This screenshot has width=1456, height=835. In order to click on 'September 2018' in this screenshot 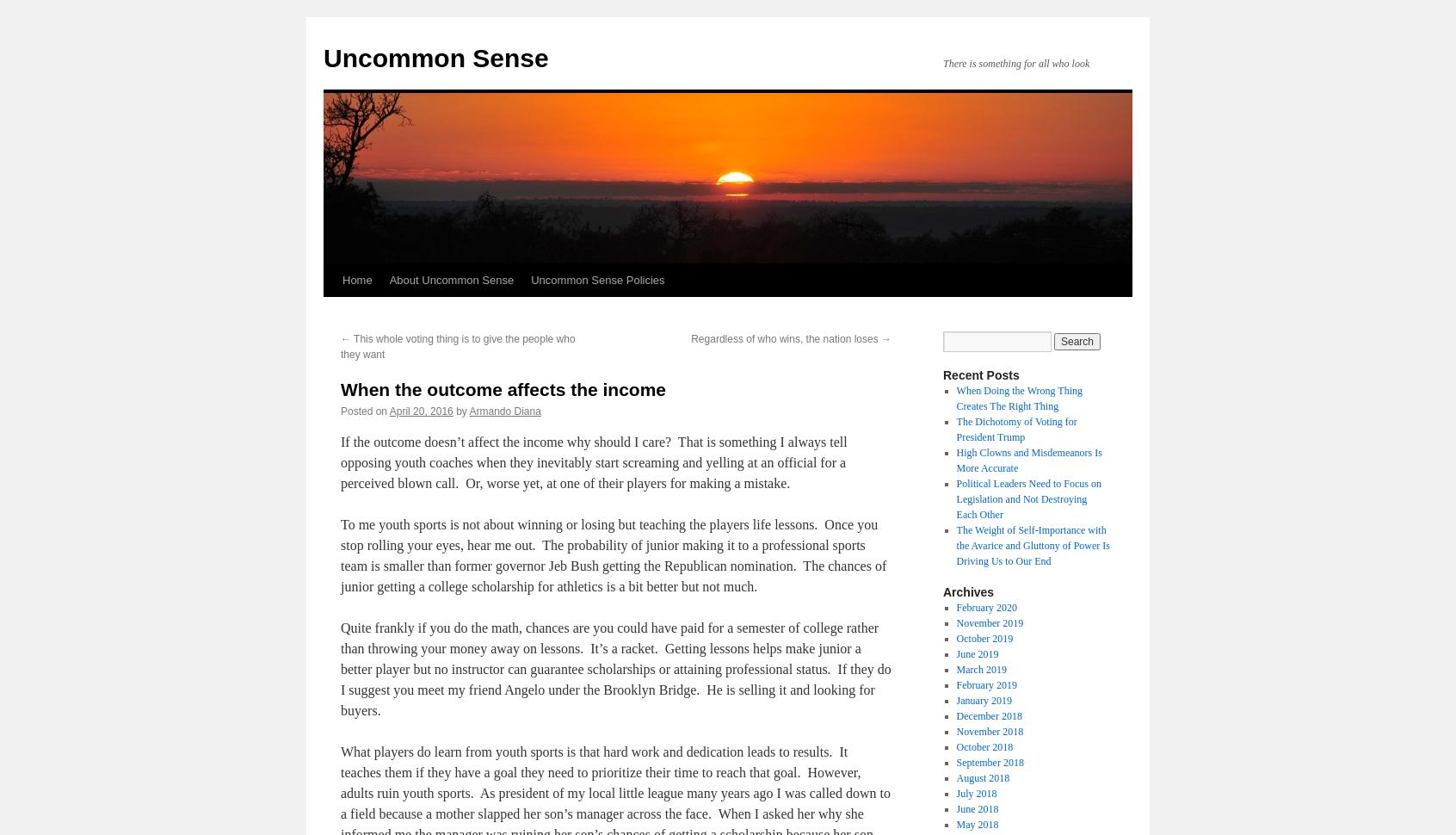, I will do `click(989, 762)`.